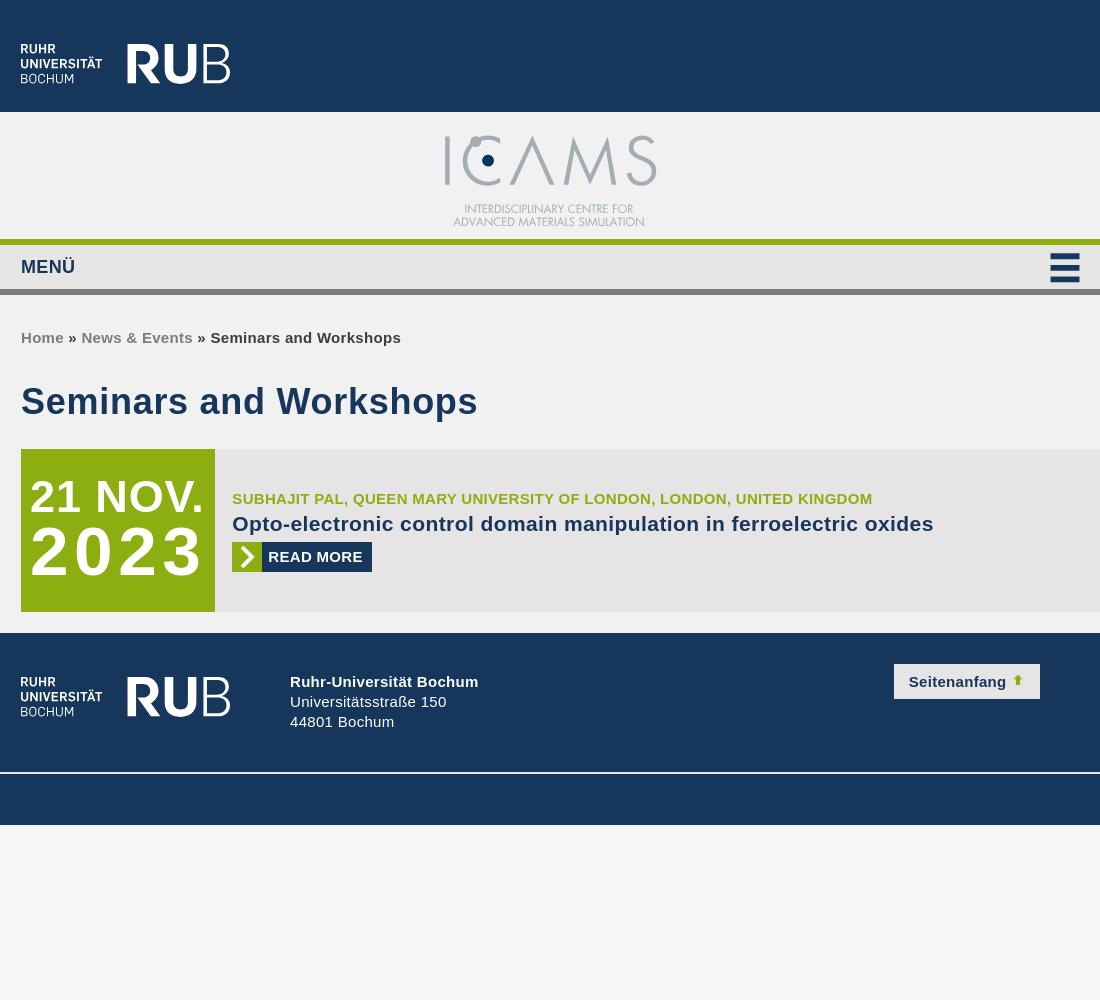 The image size is (1100, 1000). I want to click on '2023', so click(118, 550).